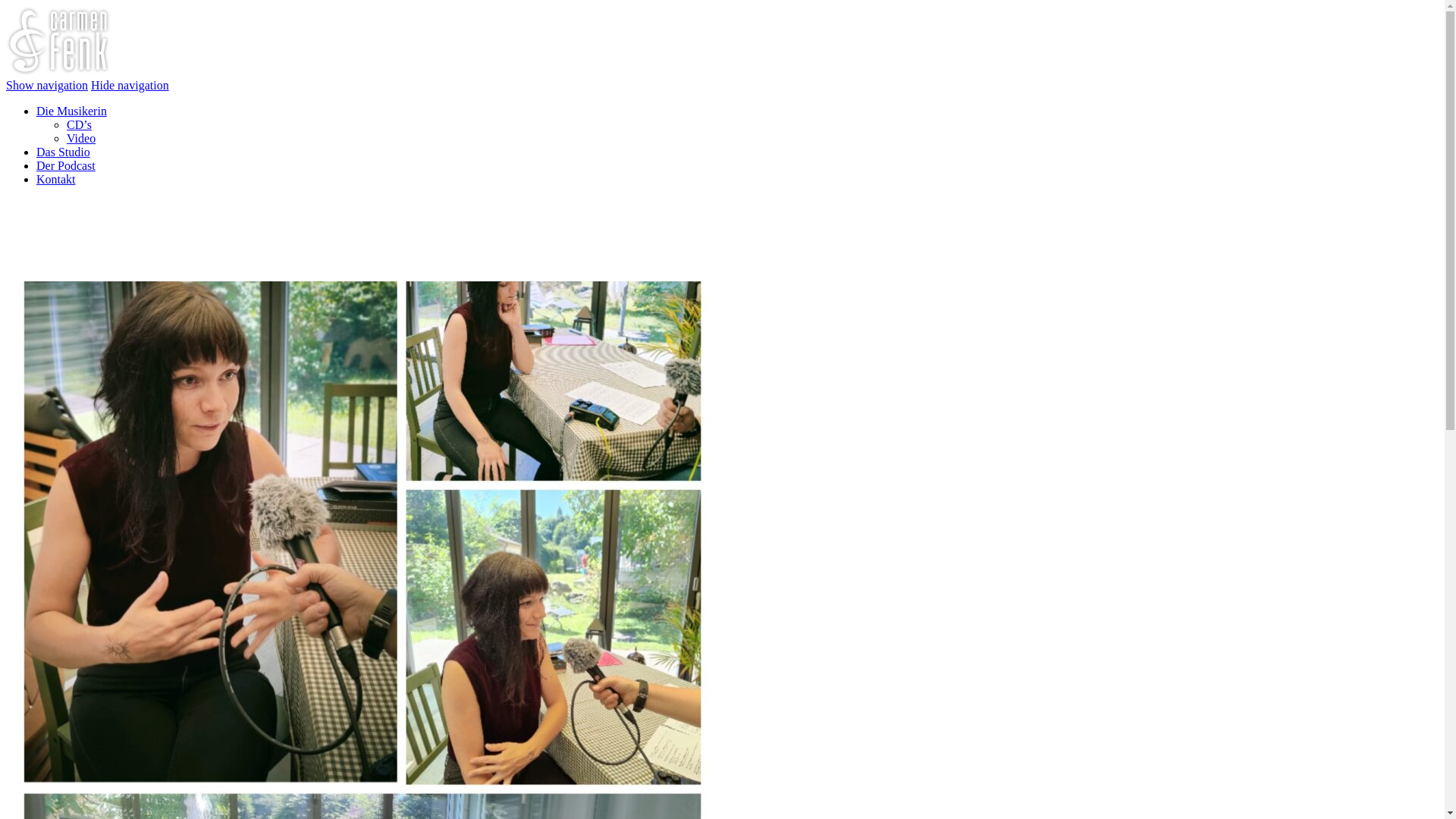 This screenshot has height=819, width=1456. I want to click on 'Der Podcast', so click(36, 165).